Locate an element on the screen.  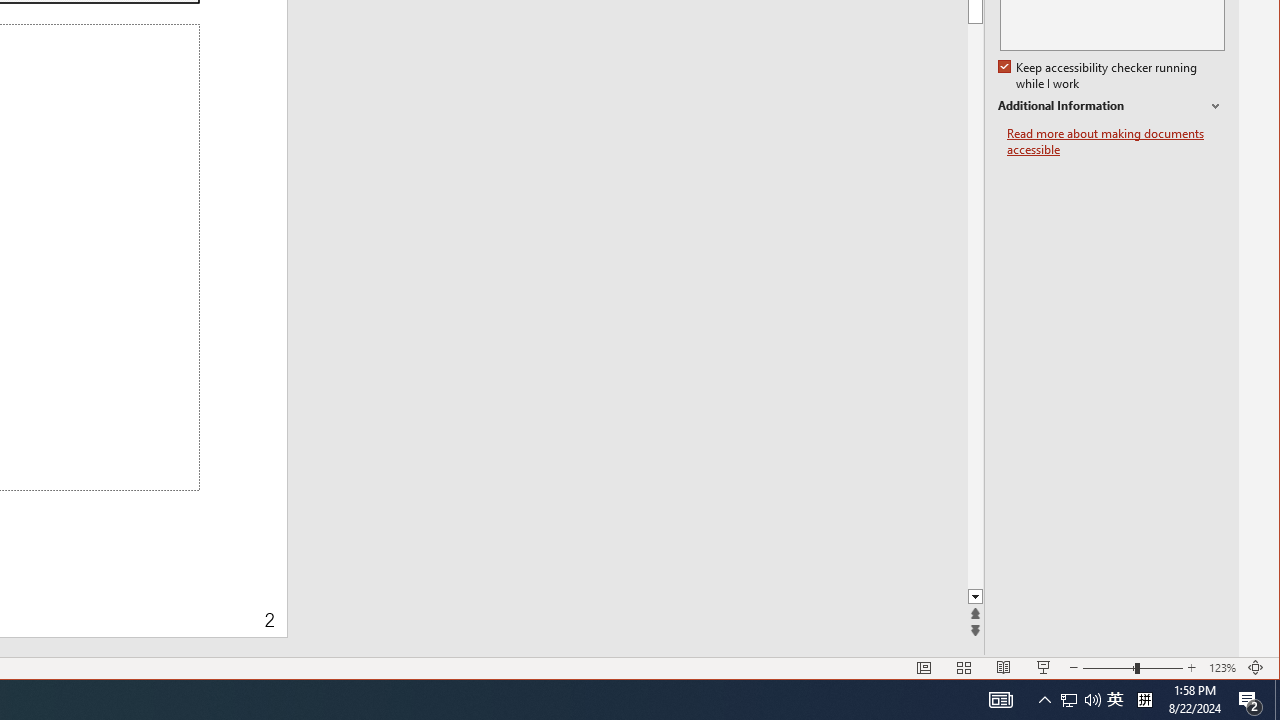
'Read more about making documents accessible' is located at coordinates (1115, 141).